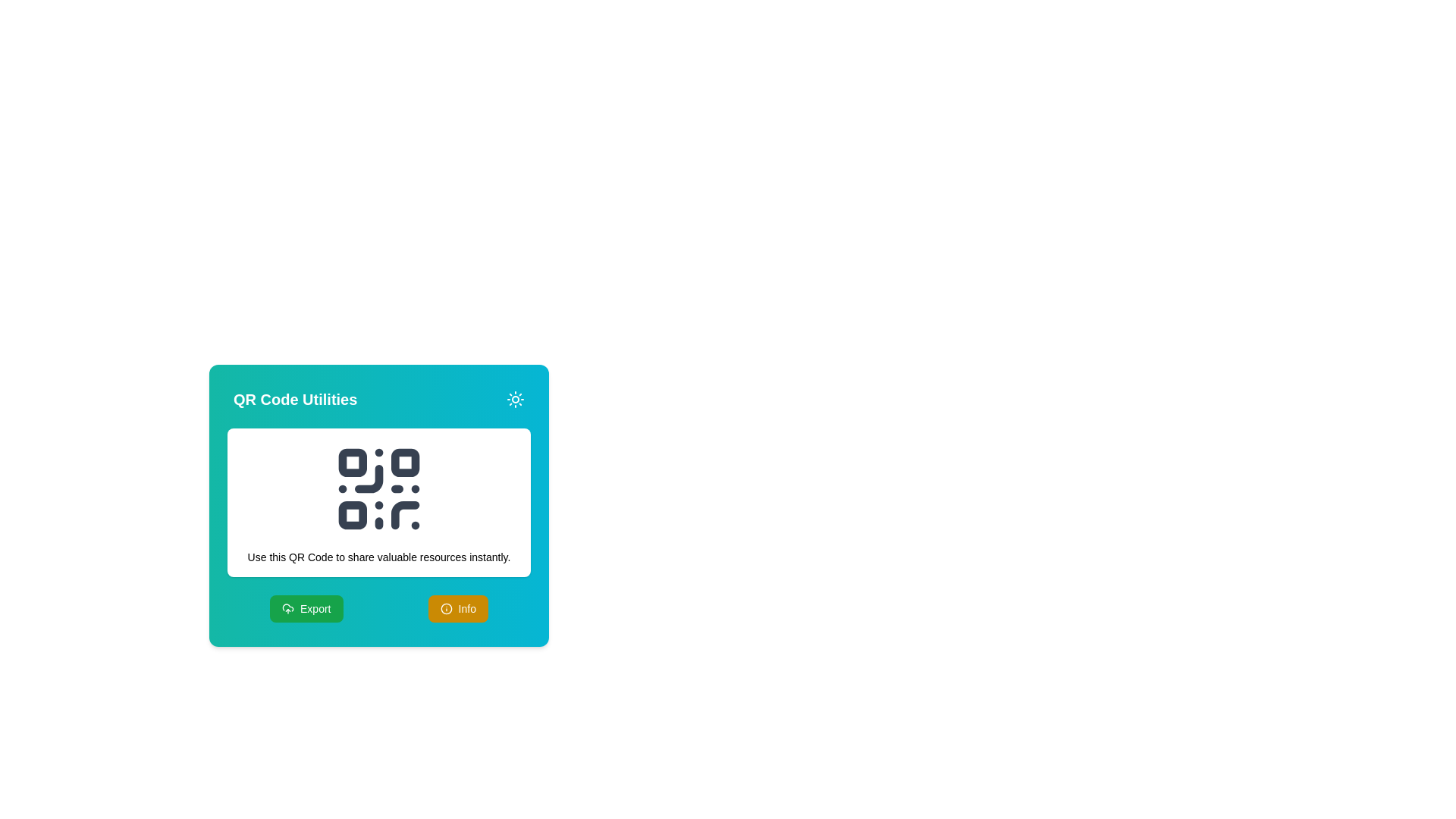  What do you see at coordinates (445, 607) in the screenshot?
I see `the circular icon element embedded in the teal-colored card interface, located near the 'Info' button` at bounding box center [445, 607].